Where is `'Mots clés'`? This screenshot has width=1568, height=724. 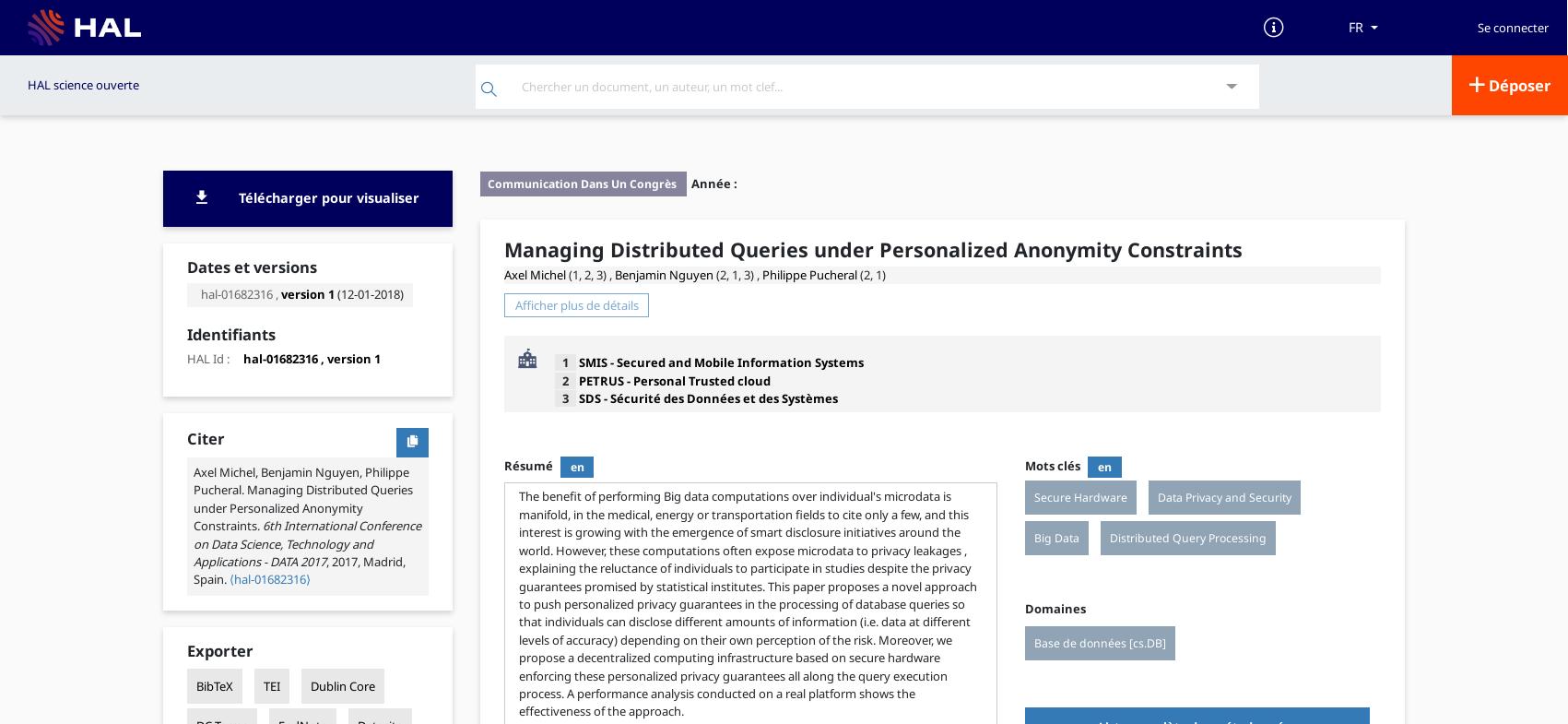
'Mots clés' is located at coordinates (1053, 465).